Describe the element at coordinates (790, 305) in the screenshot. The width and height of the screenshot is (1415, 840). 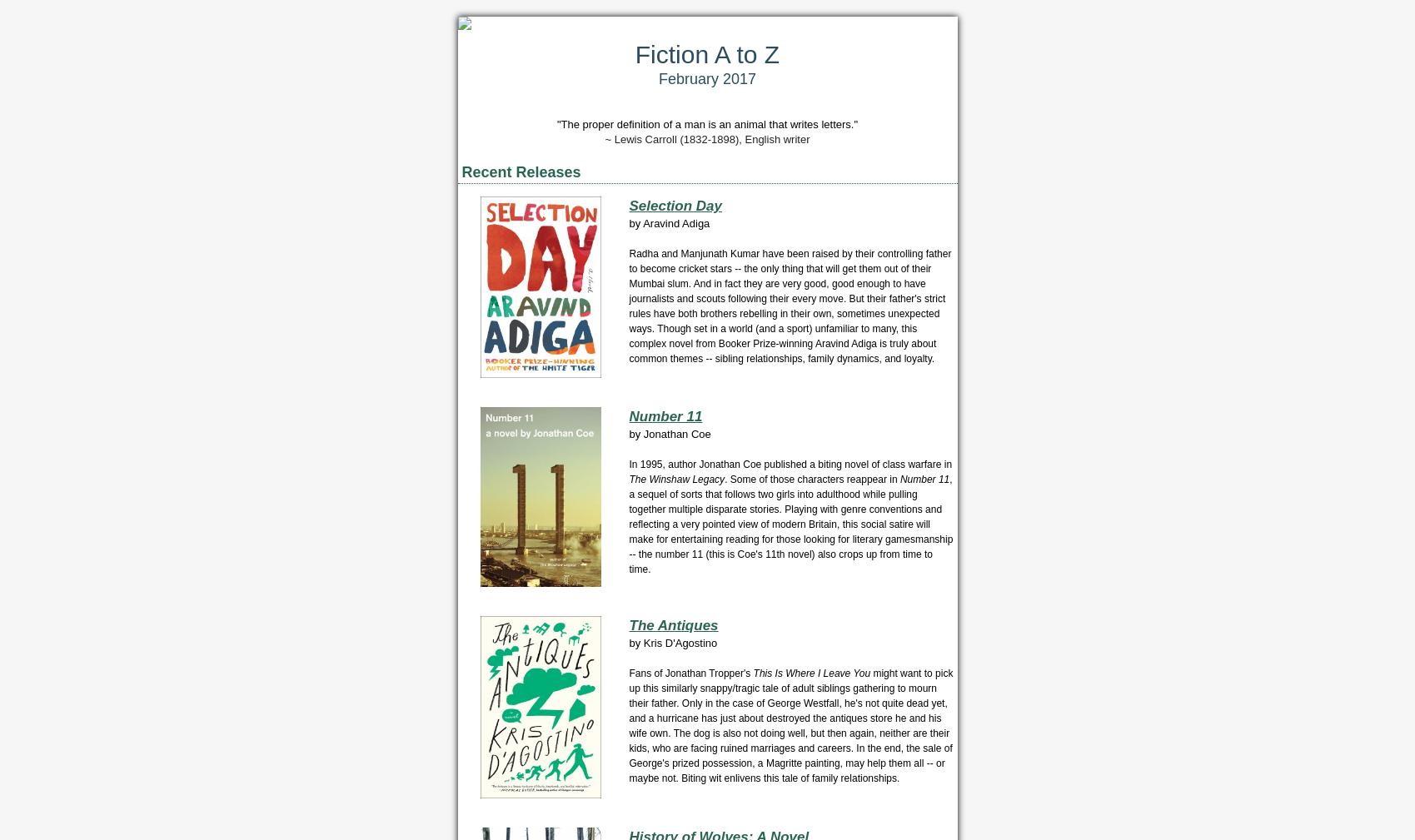
I see `'Radha and Manjunath Kumar have been raised by their controlling father to become cricket stars -- the only thing that will get them out of their Mumbai slum. And in fact they are very good, good enough to have journalists and scouts following their every move. But their father's strict rules have both brothers rebelling in their own, sometimes unexpected ways. Though set in a world (and a sport) unfamiliar to many, this complex novel from Booker Prize-winning Aravind Adiga is truly about common themes -- sibling relationships, family dynamics, and loyalty.'` at that location.